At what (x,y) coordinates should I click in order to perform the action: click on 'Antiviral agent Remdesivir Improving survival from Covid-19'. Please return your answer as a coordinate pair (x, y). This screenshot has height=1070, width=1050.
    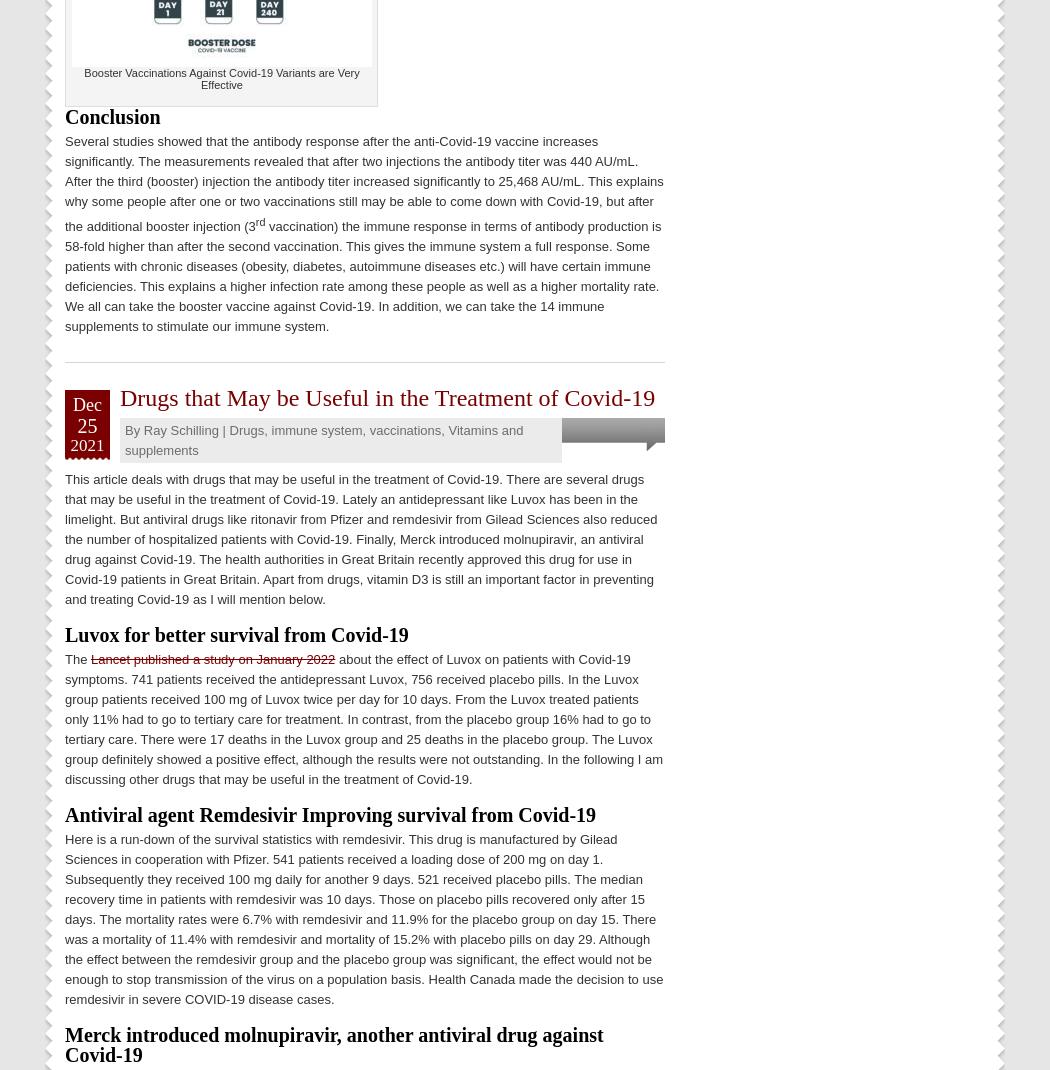
    Looking at the image, I should click on (330, 813).